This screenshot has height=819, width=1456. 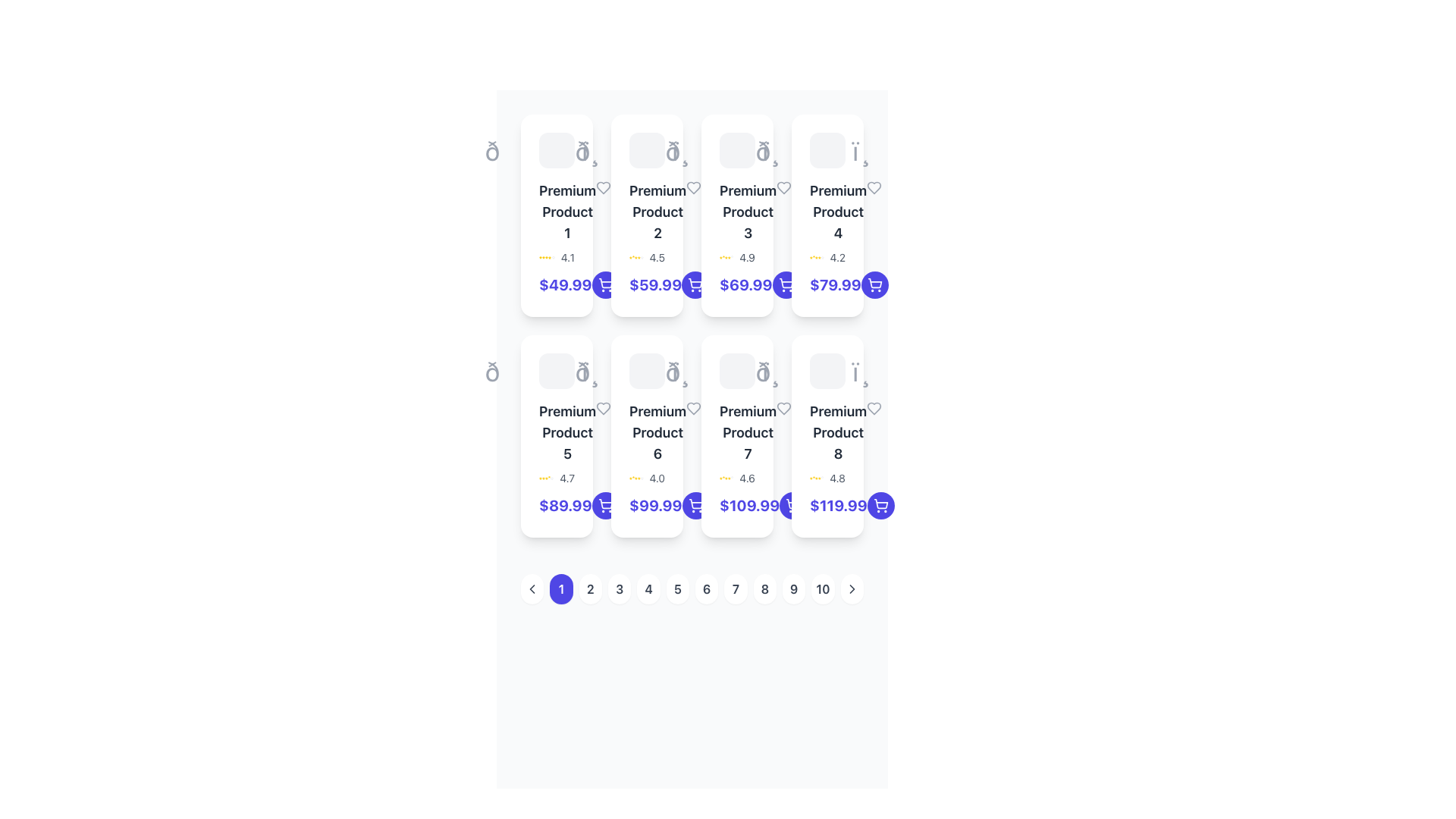 What do you see at coordinates (764, 588) in the screenshot?
I see `the circular button displaying the number '8' in the pagination section` at bounding box center [764, 588].